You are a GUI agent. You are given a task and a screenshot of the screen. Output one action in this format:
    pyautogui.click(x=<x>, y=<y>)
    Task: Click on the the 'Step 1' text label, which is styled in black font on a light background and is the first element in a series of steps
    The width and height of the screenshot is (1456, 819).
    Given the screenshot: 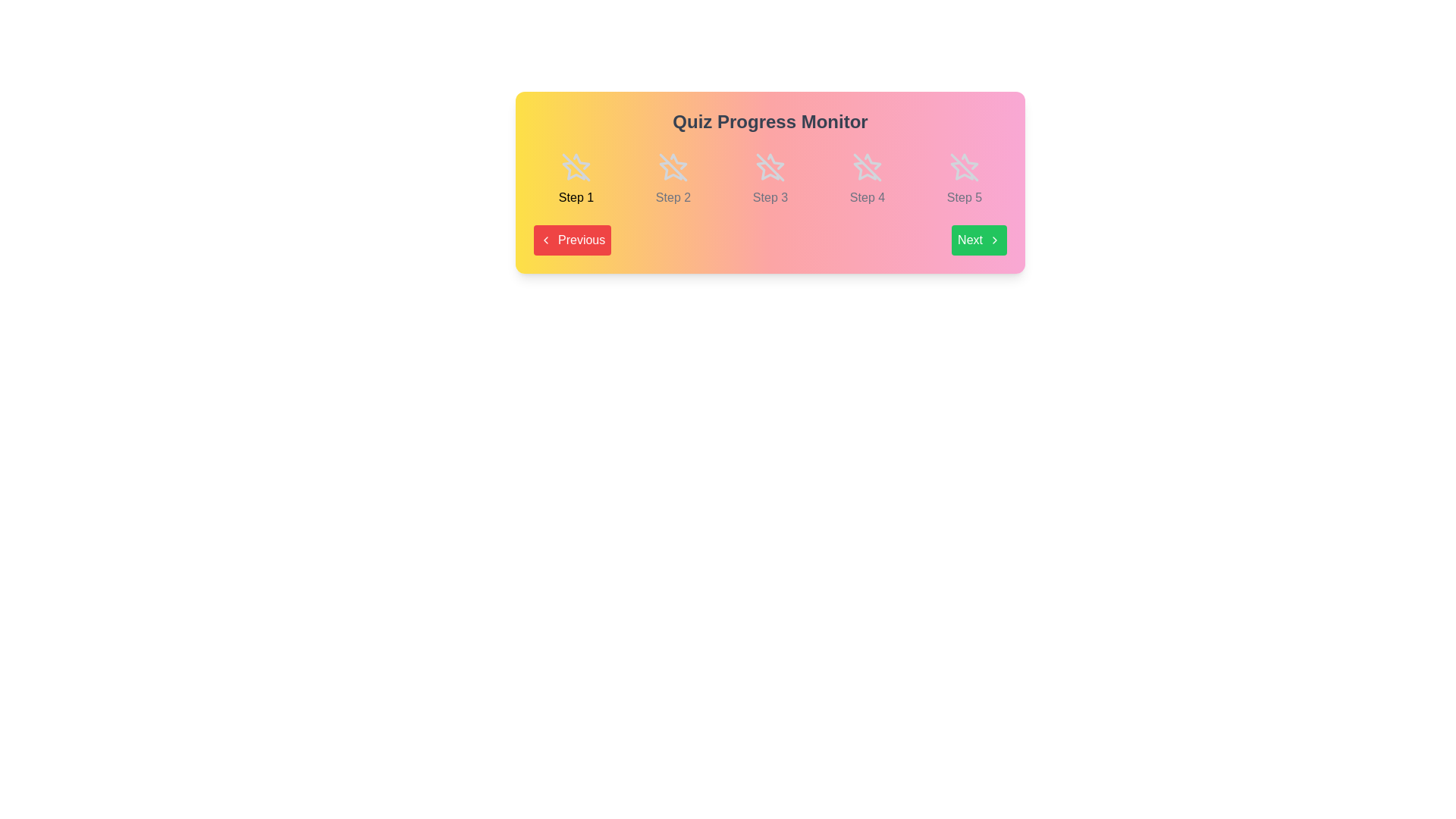 What is the action you would take?
    pyautogui.click(x=575, y=197)
    